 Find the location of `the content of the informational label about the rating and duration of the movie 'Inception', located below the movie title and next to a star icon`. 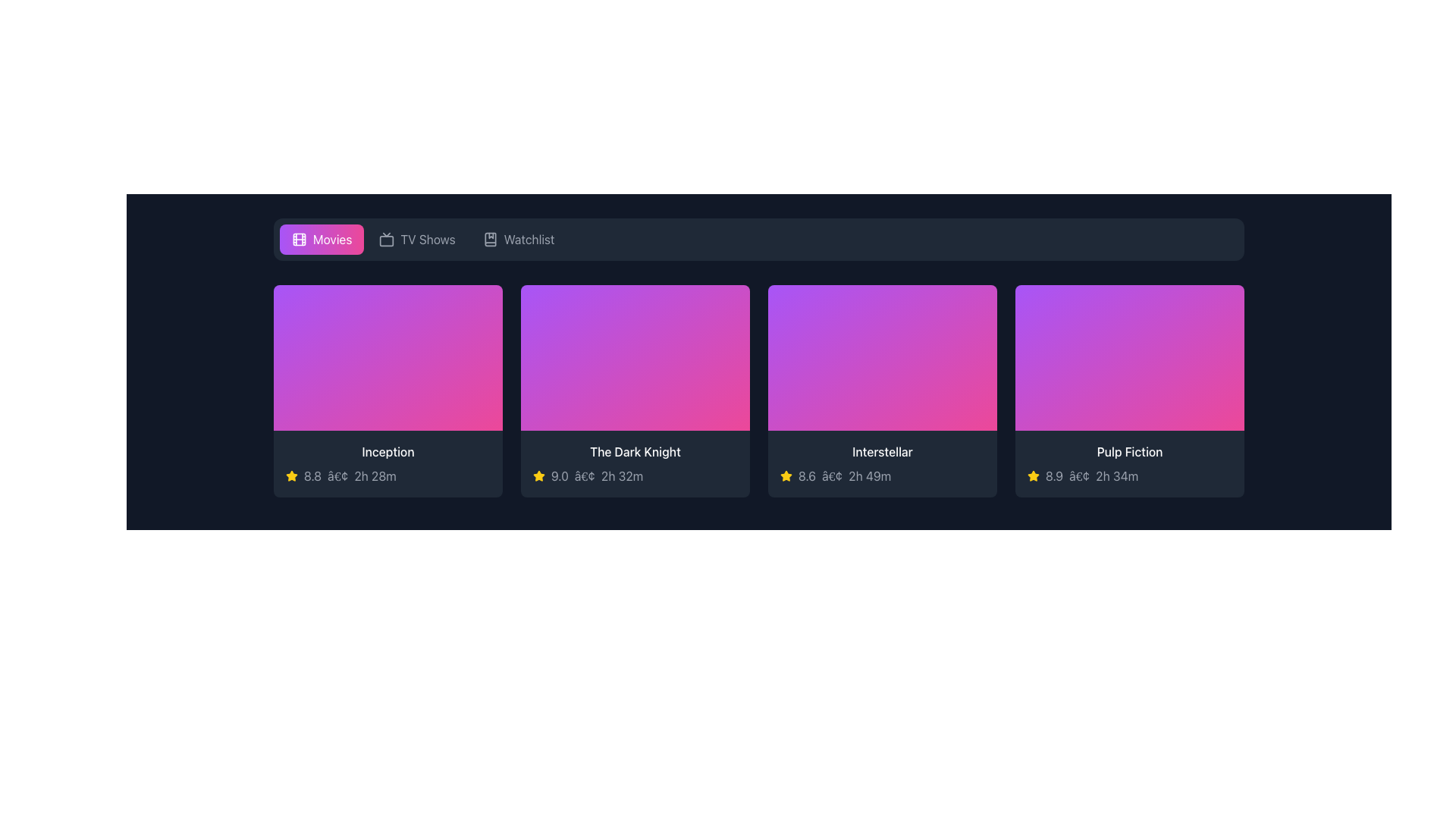

the content of the informational label about the rating and duration of the movie 'Inception', located below the movie title and next to a star icon is located at coordinates (388, 475).